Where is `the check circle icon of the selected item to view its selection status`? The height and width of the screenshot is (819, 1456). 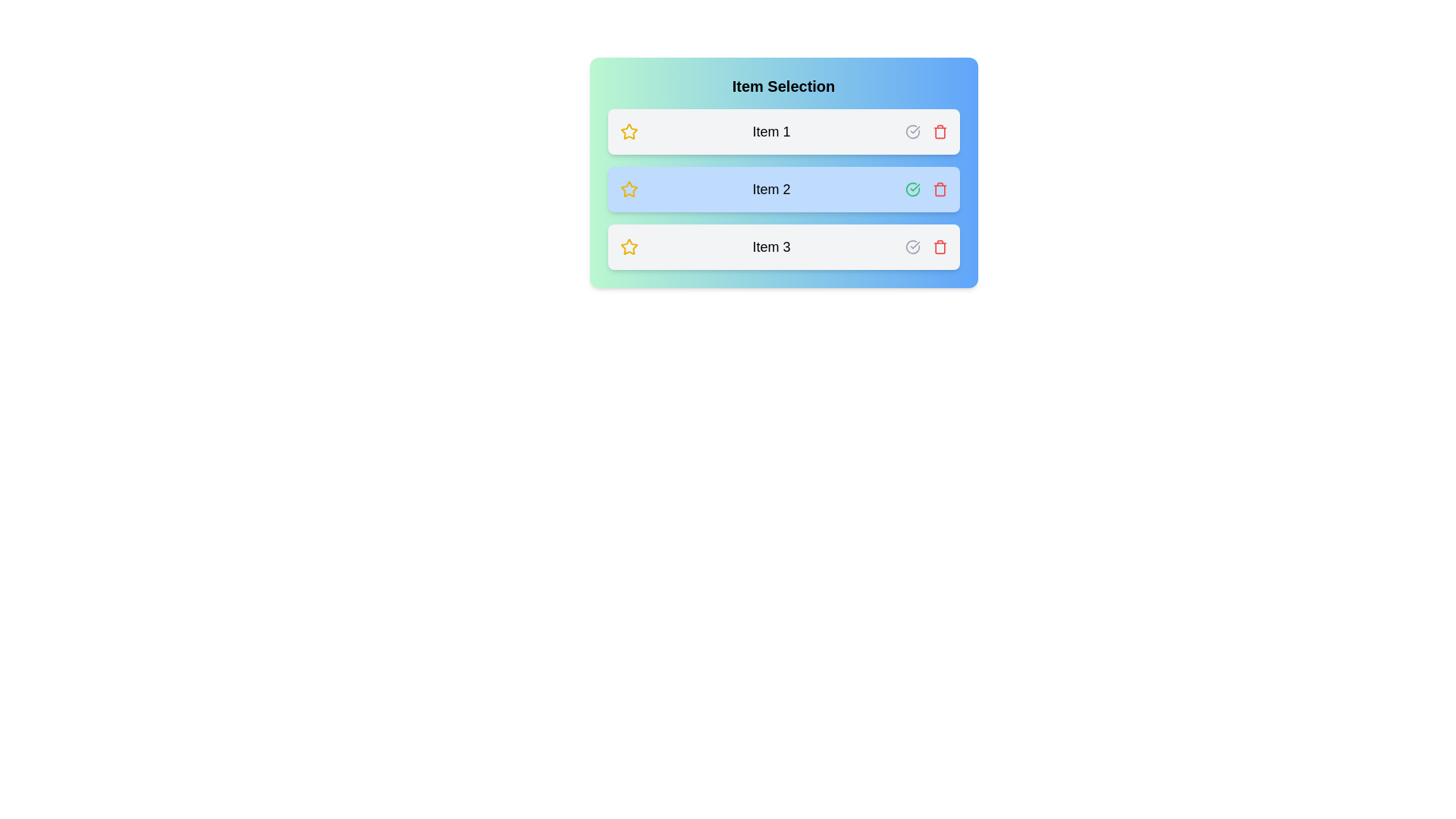
the check circle icon of the selected item to view its selection status is located at coordinates (912, 189).